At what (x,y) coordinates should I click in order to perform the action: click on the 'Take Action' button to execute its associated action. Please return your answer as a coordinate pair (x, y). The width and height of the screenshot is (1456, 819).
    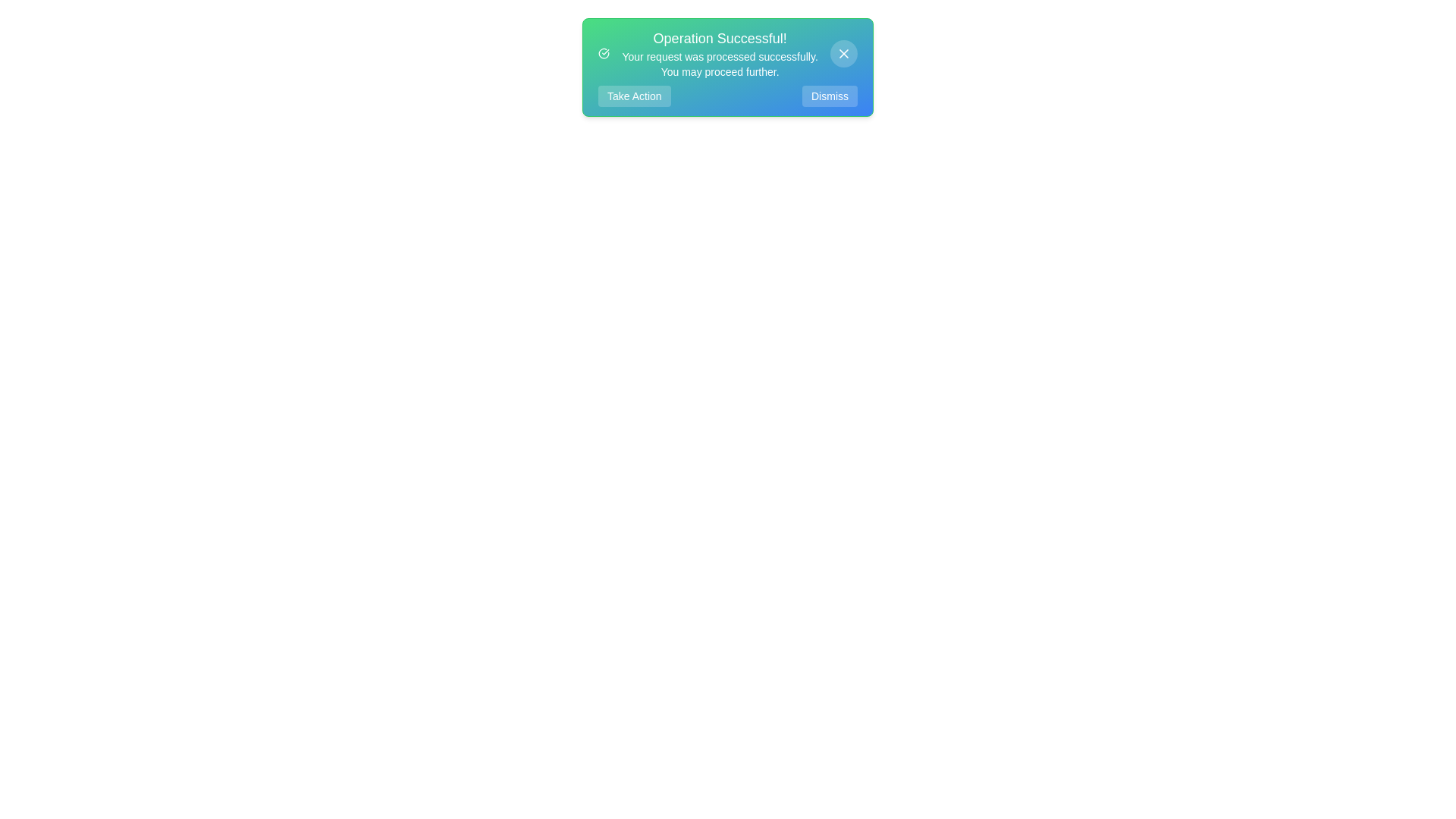
    Looking at the image, I should click on (633, 96).